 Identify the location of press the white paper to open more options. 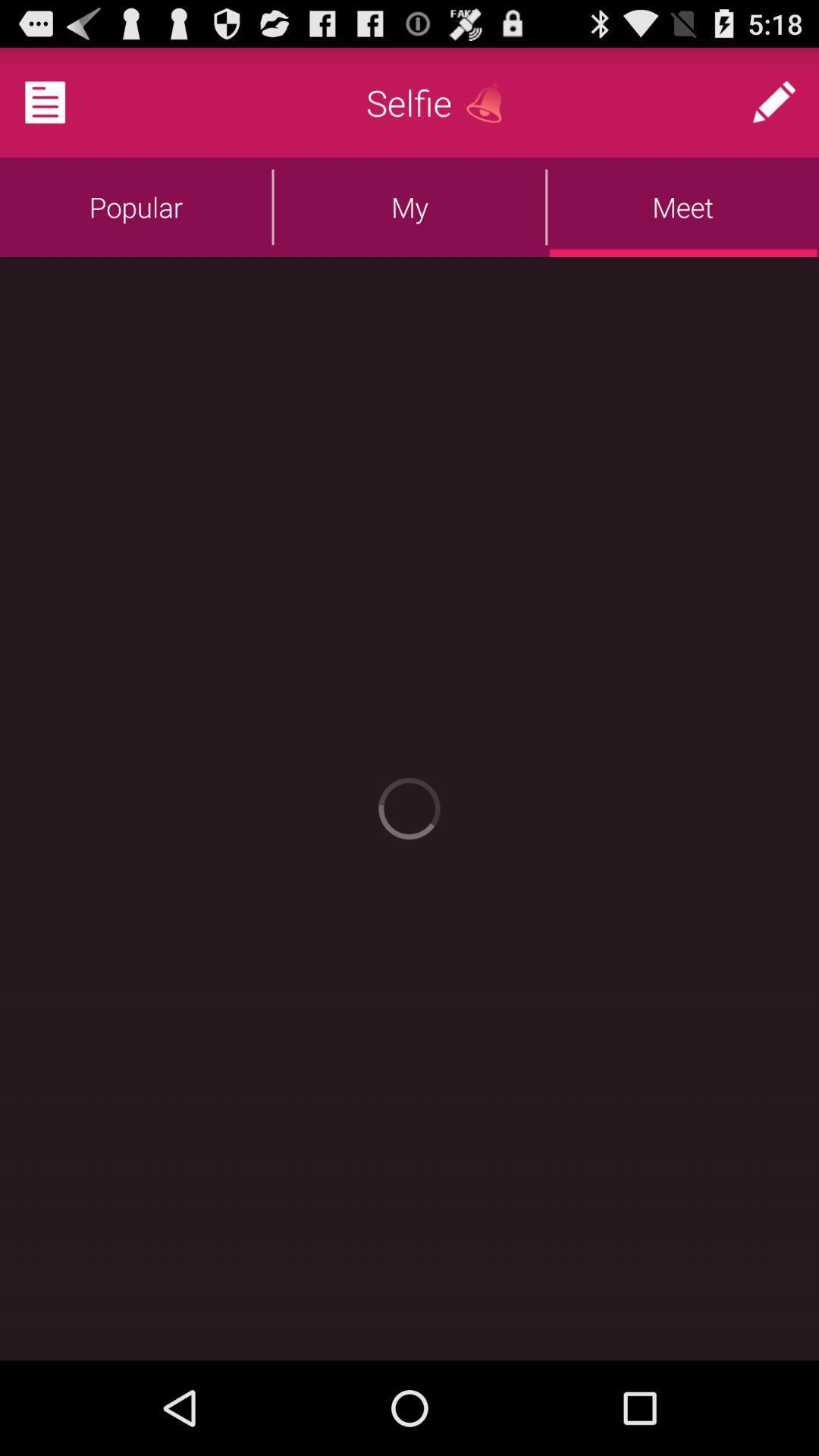
(63, 101).